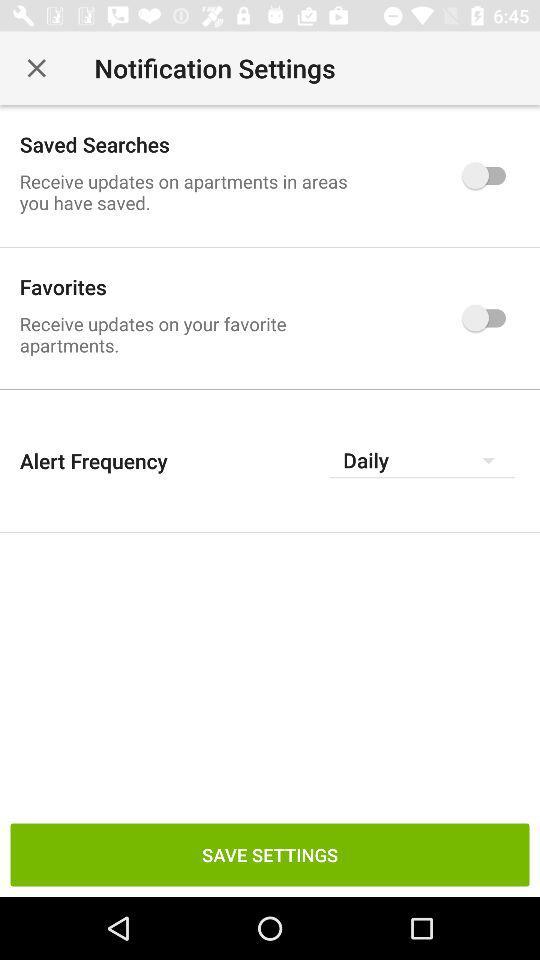 This screenshot has width=540, height=960. What do you see at coordinates (488, 317) in the screenshot?
I see `the switch which is right to text favorites` at bounding box center [488, 317].